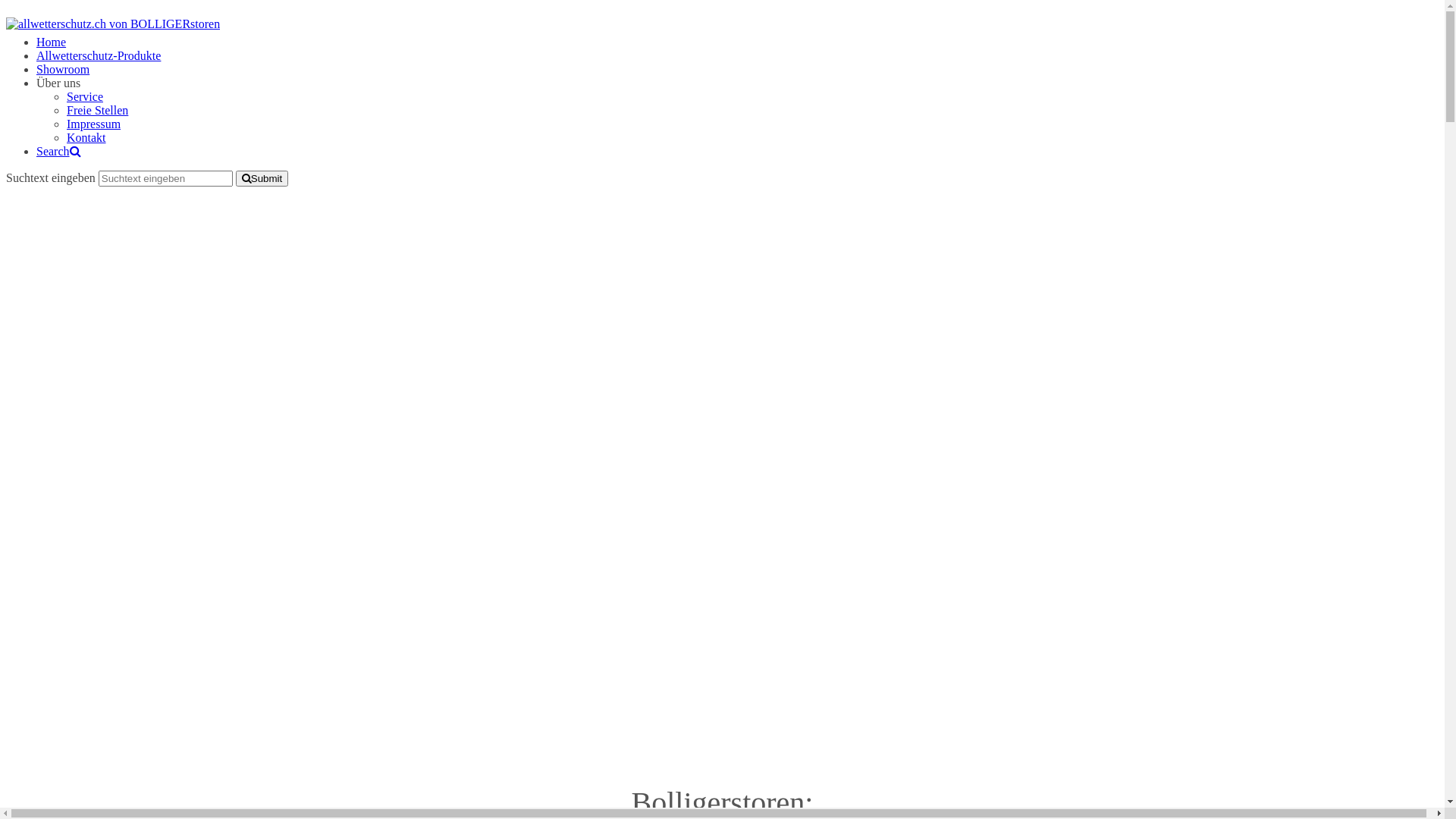  I want to click on 'Allwetterschutz-Produkte', so click(97, 55).